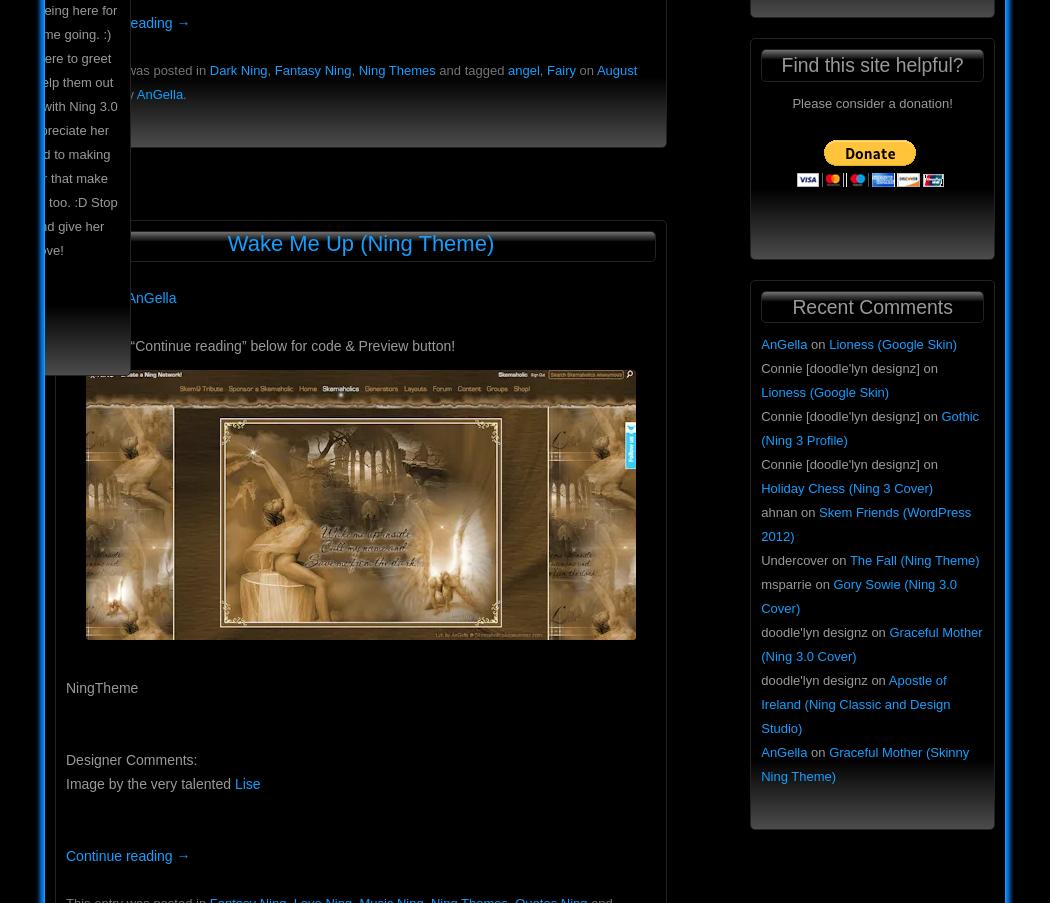 The width and height of the screenshot is (1050, 903). Describe the element at coordinates (847, 488) in the screenshot. I see `'Holiday Chess (Ning 3 Cover)'` at that location.